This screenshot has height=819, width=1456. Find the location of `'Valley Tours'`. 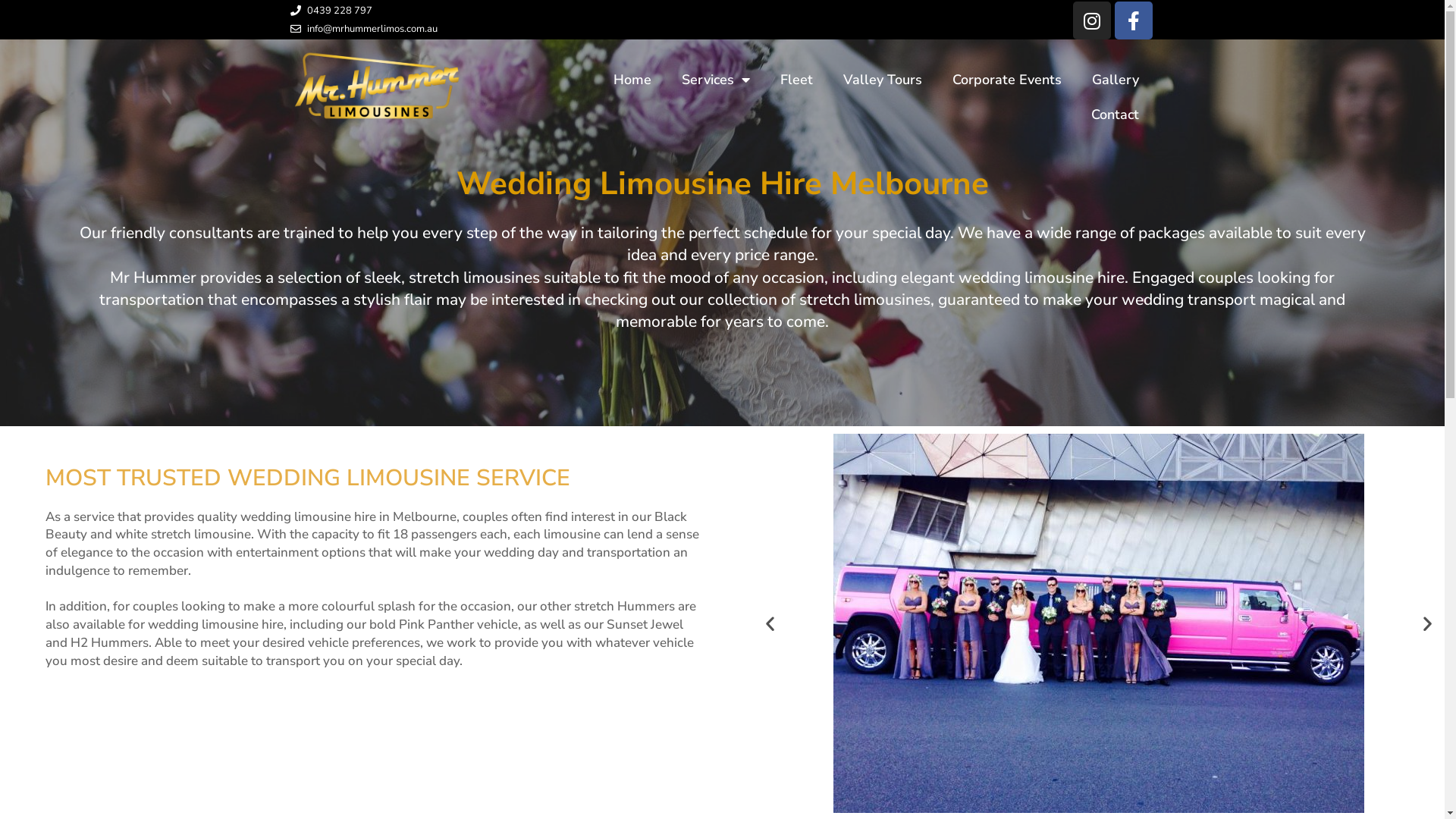

'Valley Tours' is located at coordinates (827, 79).